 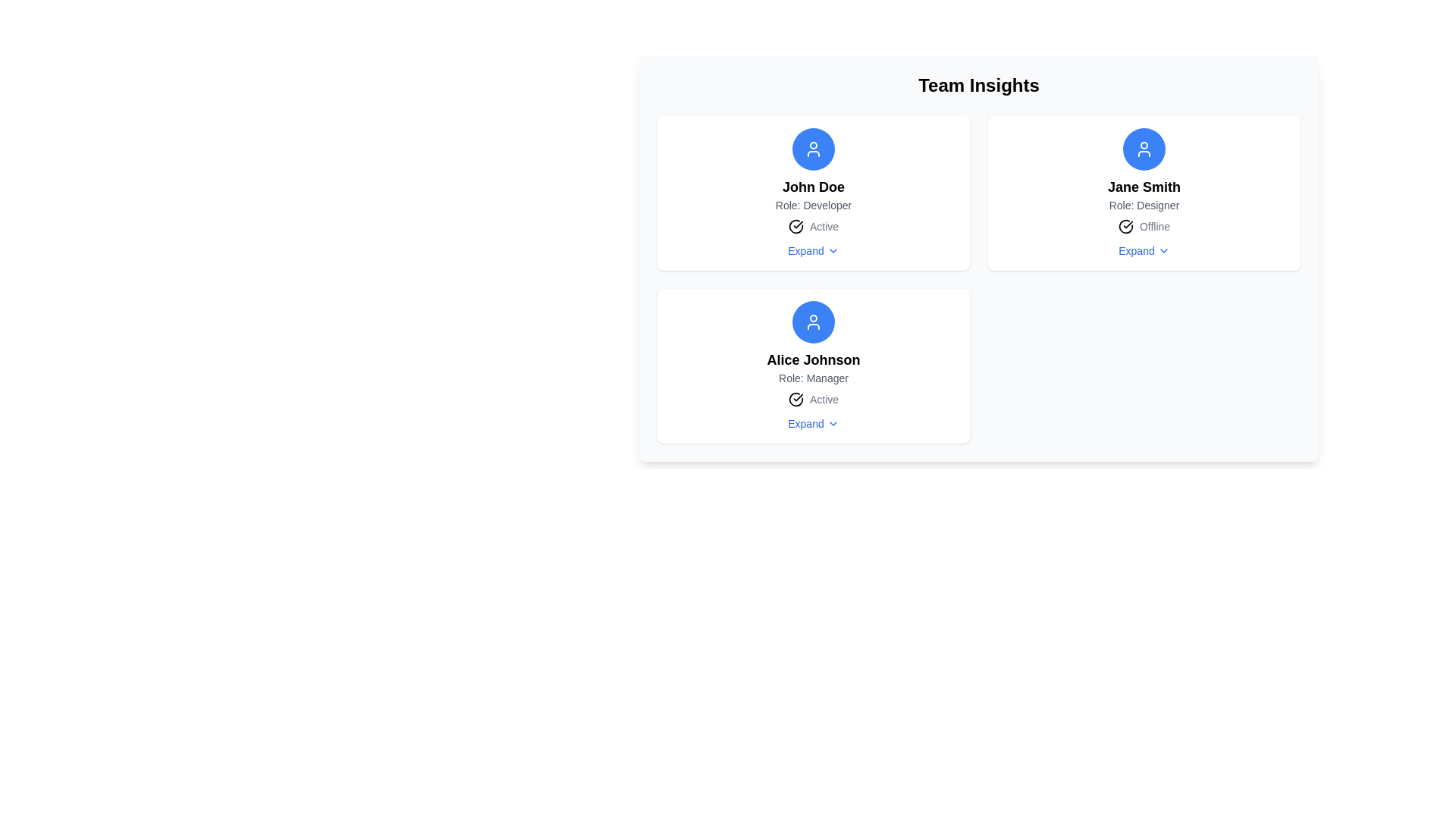 What do you see at coordinates (1125, 227) in the screenshot?
I see `the status indicator icon for 'Jane Smith' in the 'Team Insights' section, located below the role text 'Designer' and to the left of the status label 'Offline'` at bounding box center [1125, 227].